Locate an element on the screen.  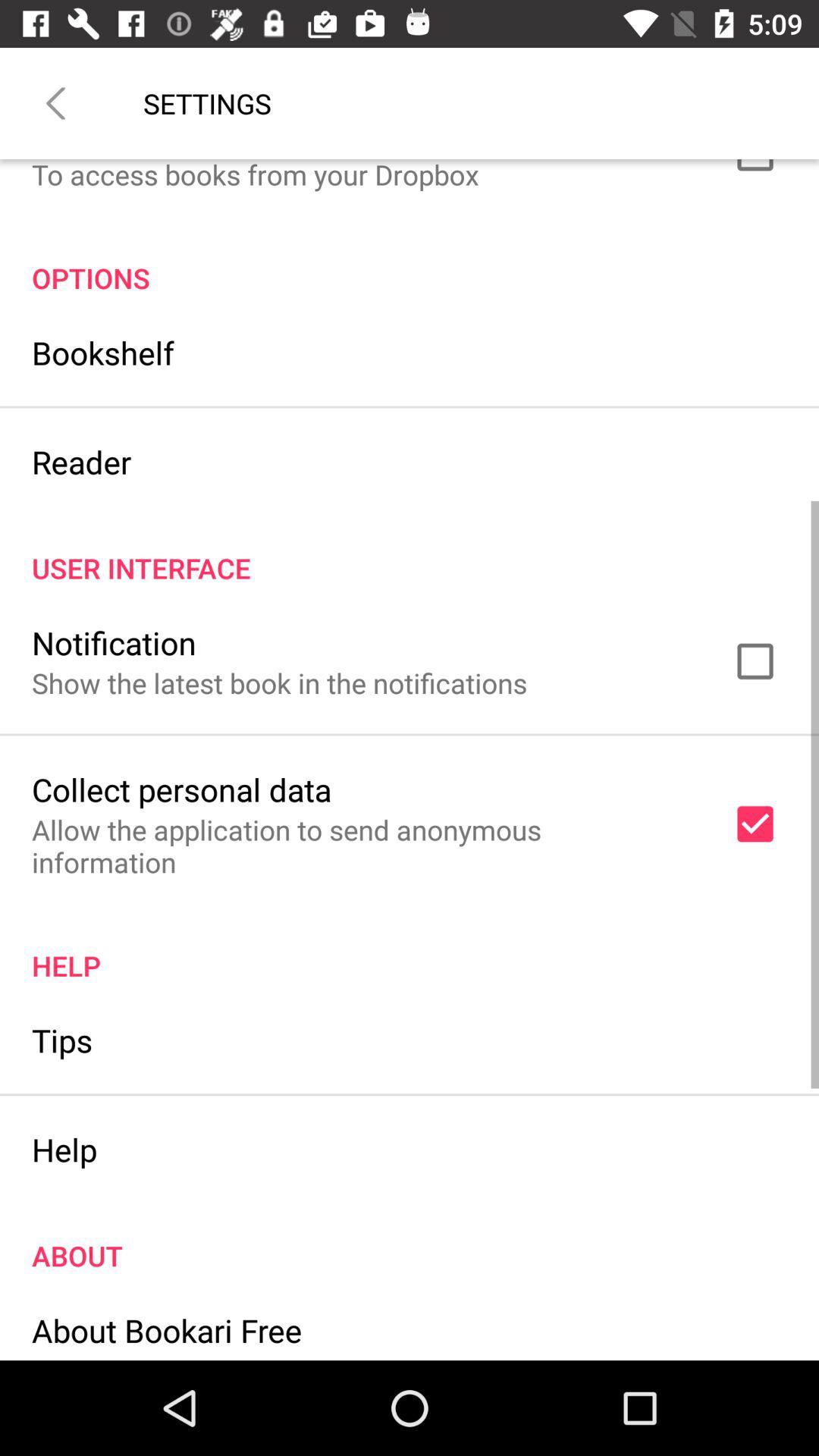
the item below to access books is located at coordinates (409, 262).